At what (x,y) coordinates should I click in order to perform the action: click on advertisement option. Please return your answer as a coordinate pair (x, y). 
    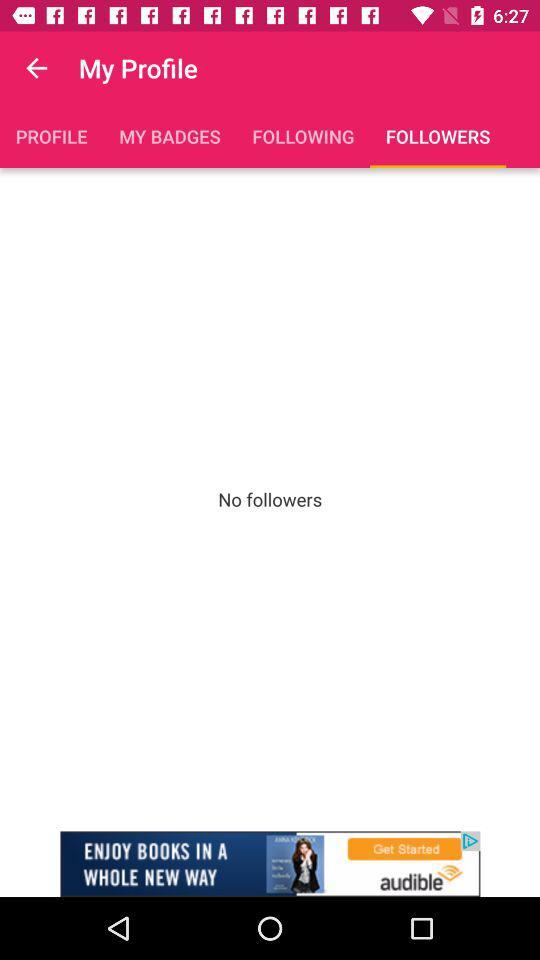
    Looking at the image, I should click on (270, 863).